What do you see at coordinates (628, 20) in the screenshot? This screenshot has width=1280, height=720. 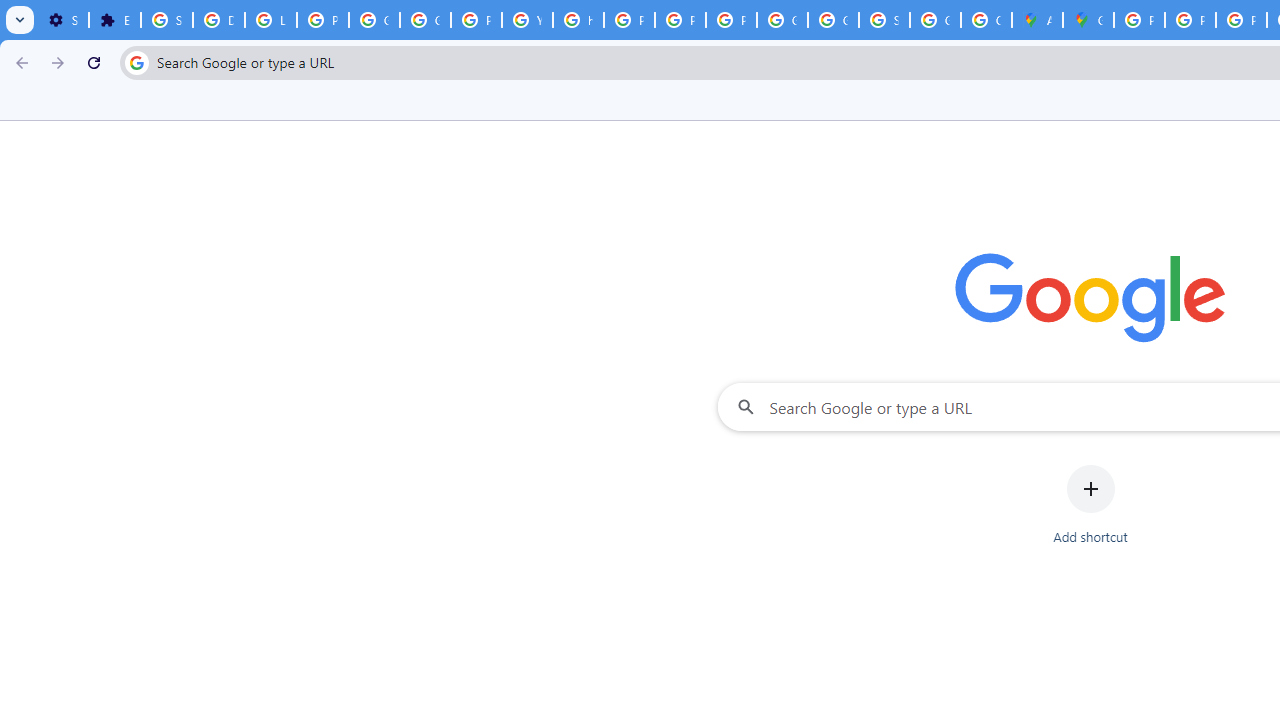 I see `'Privacy Help Center - Policies Help'` at bounding box center [628, 20].